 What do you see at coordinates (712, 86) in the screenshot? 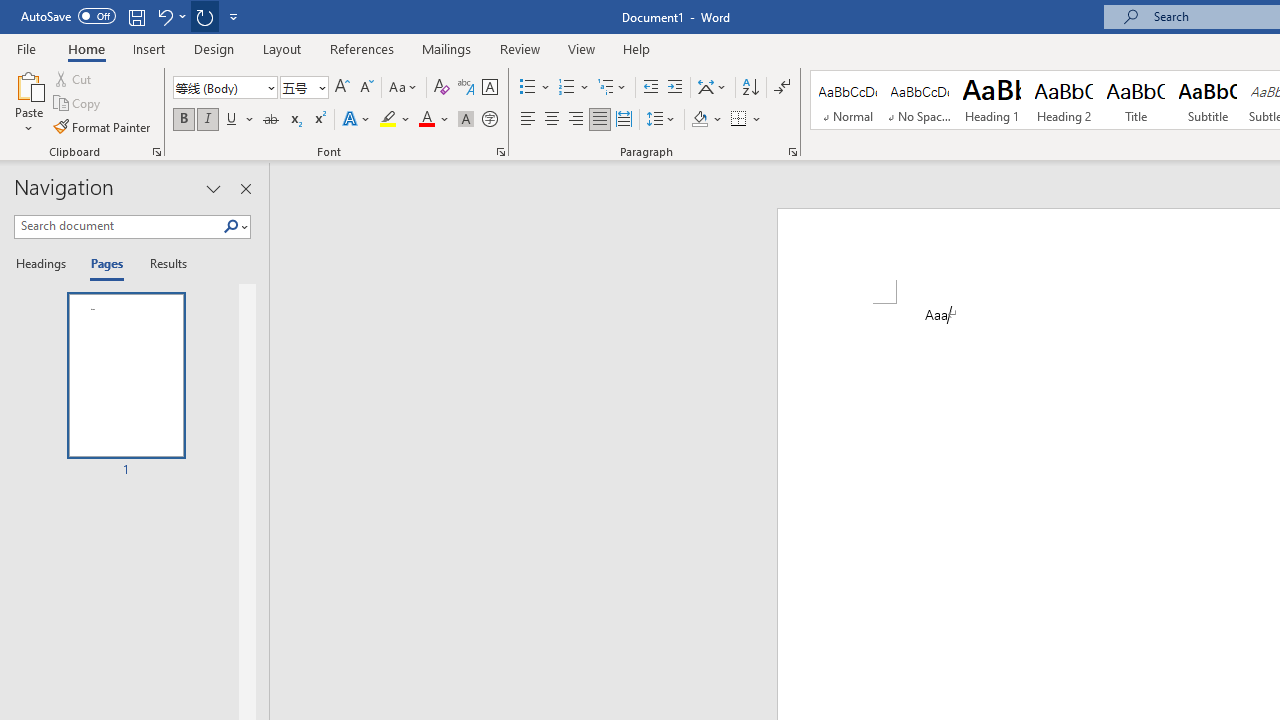
I see `'Asian Layout'` at bounding box center [712, 86].